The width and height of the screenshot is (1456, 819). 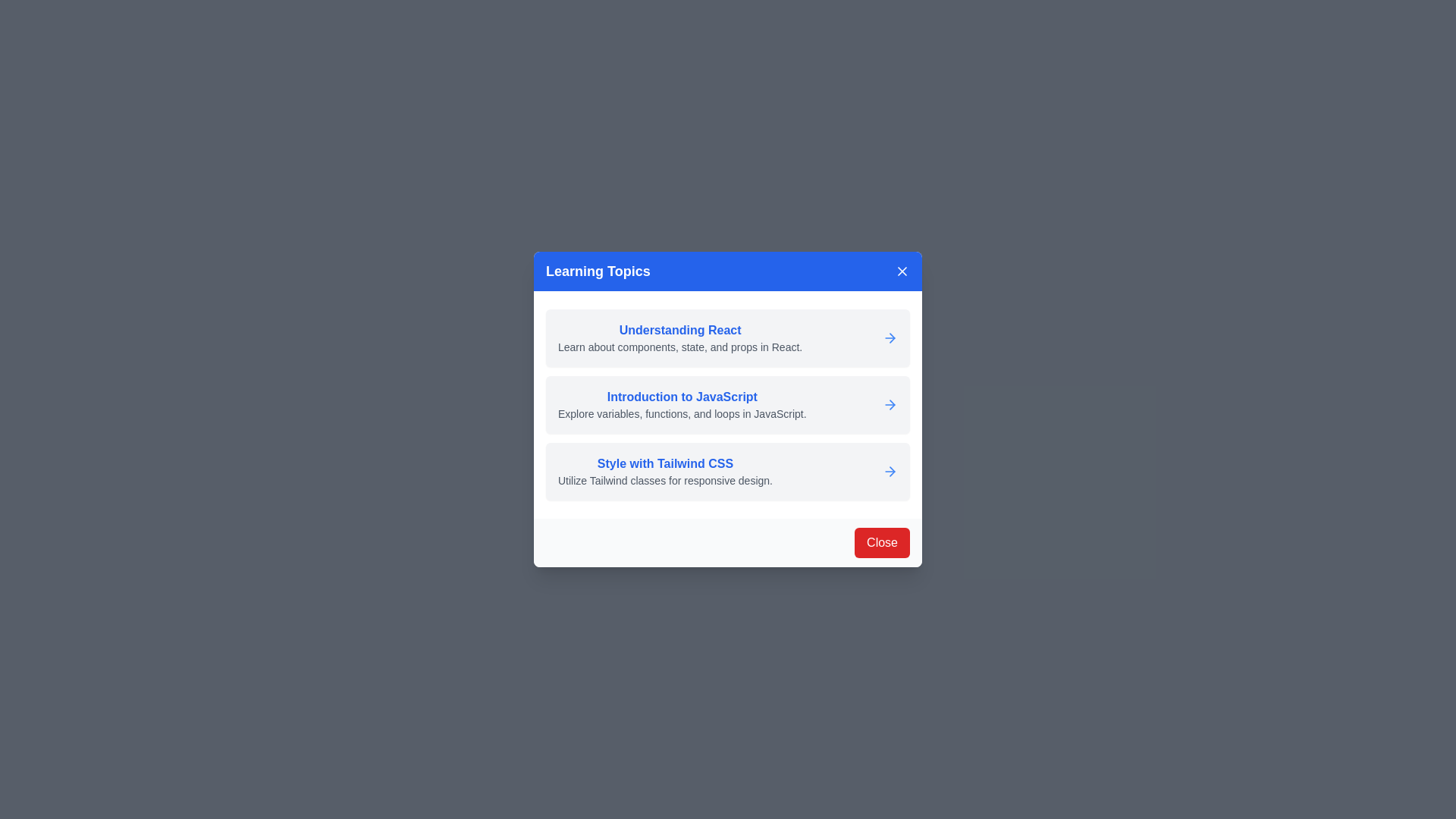 I want to click on the descriptive text element located below the heading 'Understanding React' in the topic card of the 'Learning Topics' modal dialog, so click(x=679, y=347).